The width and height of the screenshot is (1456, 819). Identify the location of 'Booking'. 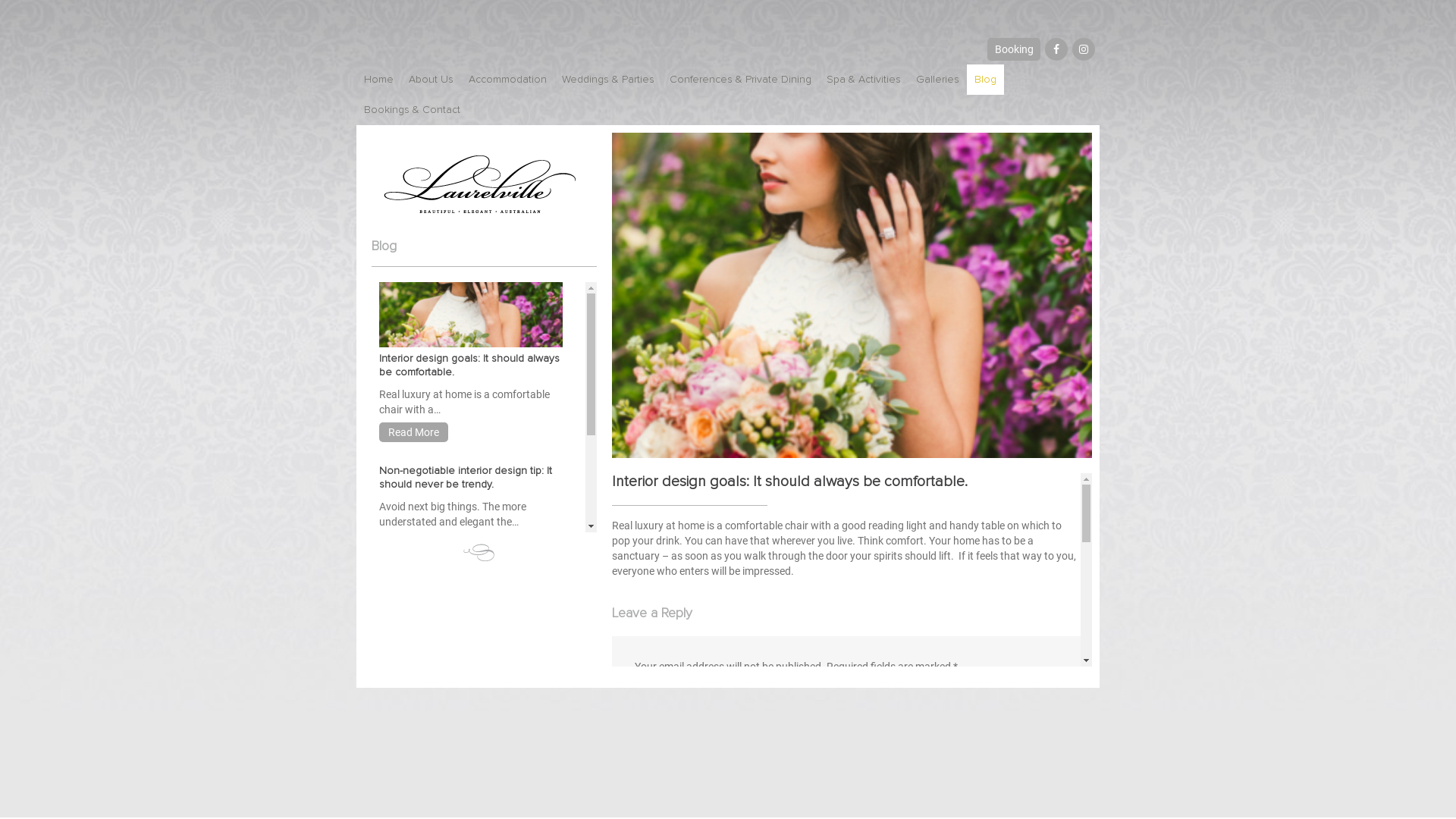
(1014, 49).